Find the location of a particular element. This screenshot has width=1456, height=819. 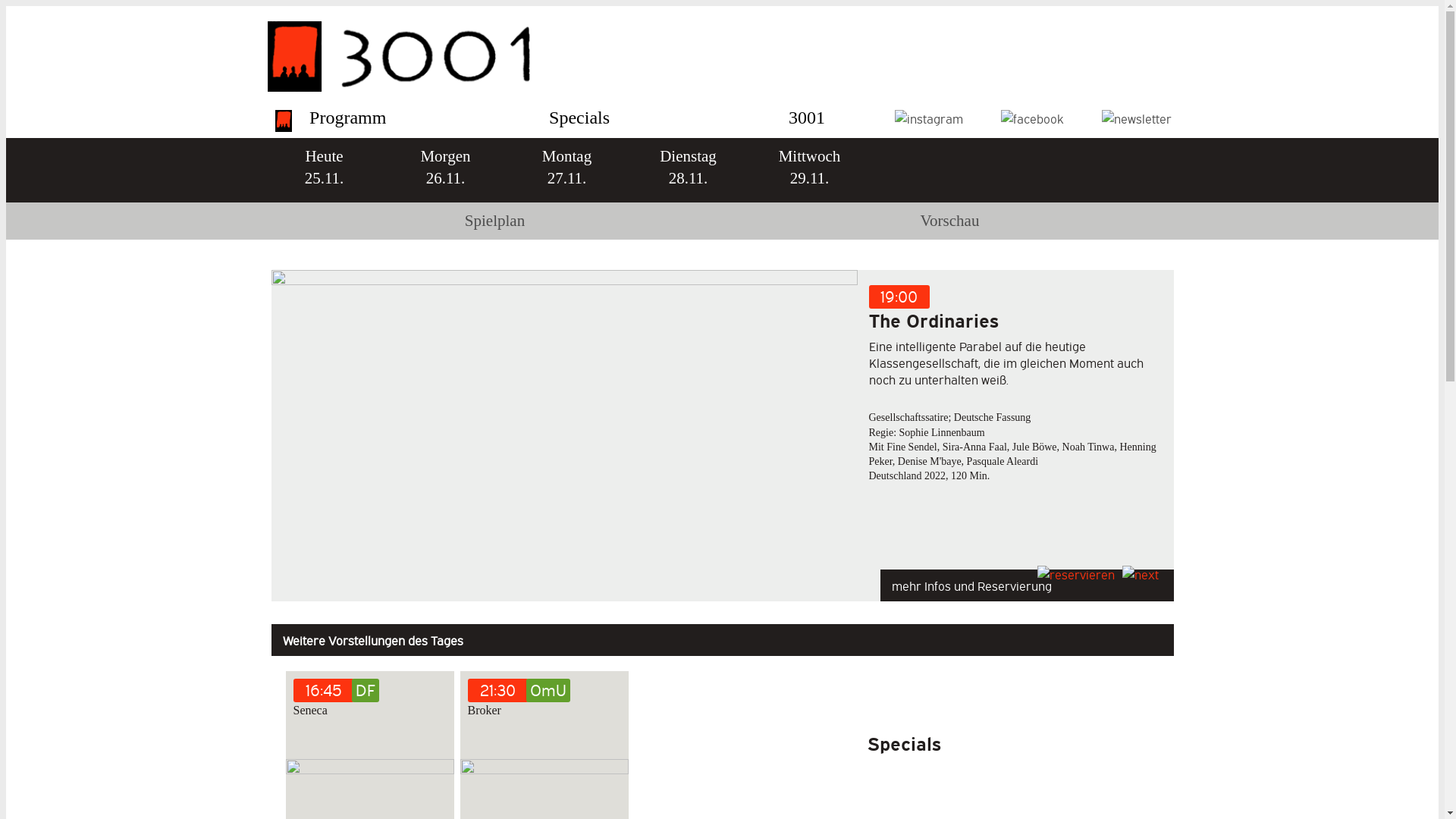

'Morgen is located at coordinates (444, 170).